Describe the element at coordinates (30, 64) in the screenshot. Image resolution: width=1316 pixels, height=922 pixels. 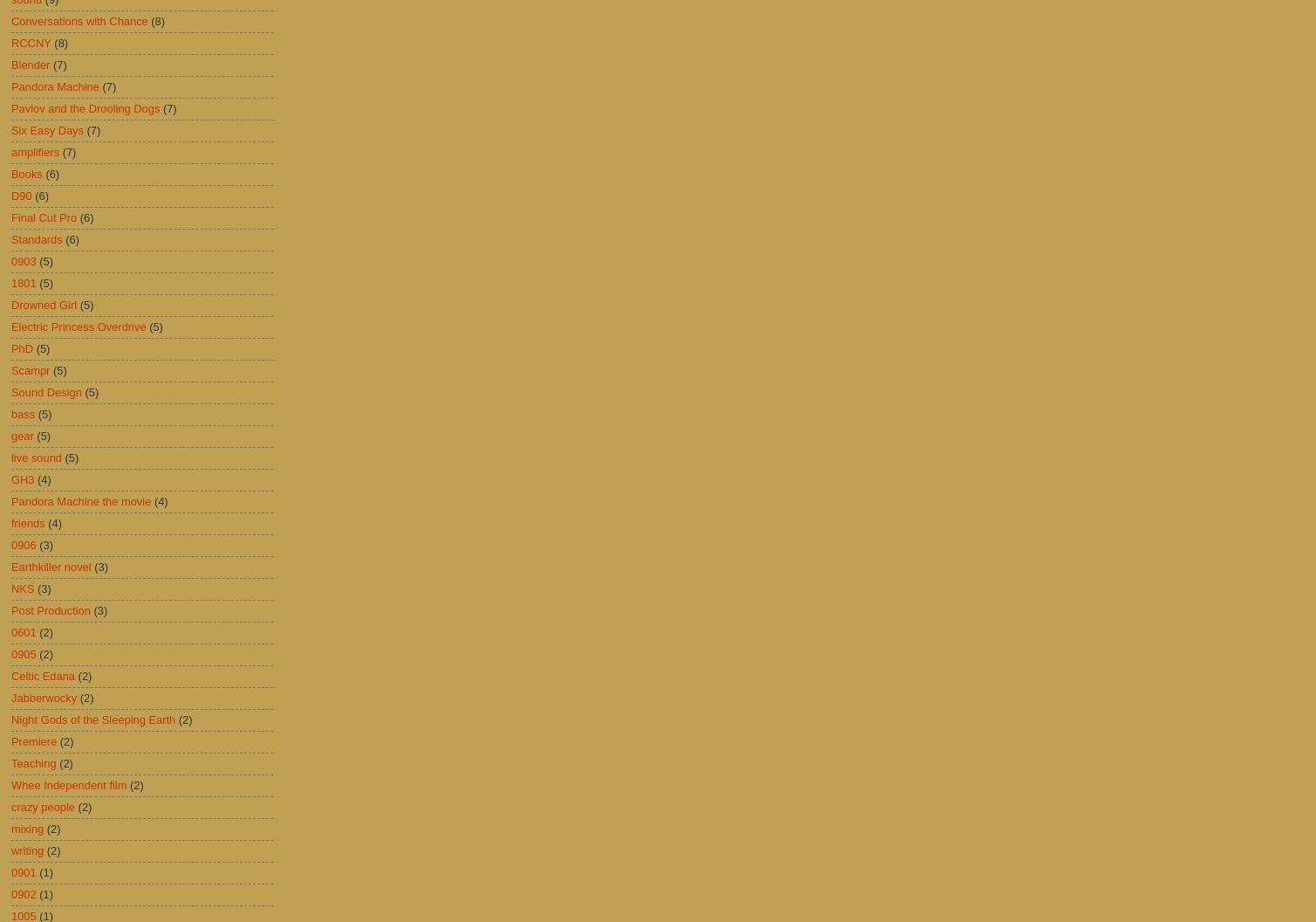
I see `'Blender'` at that location.